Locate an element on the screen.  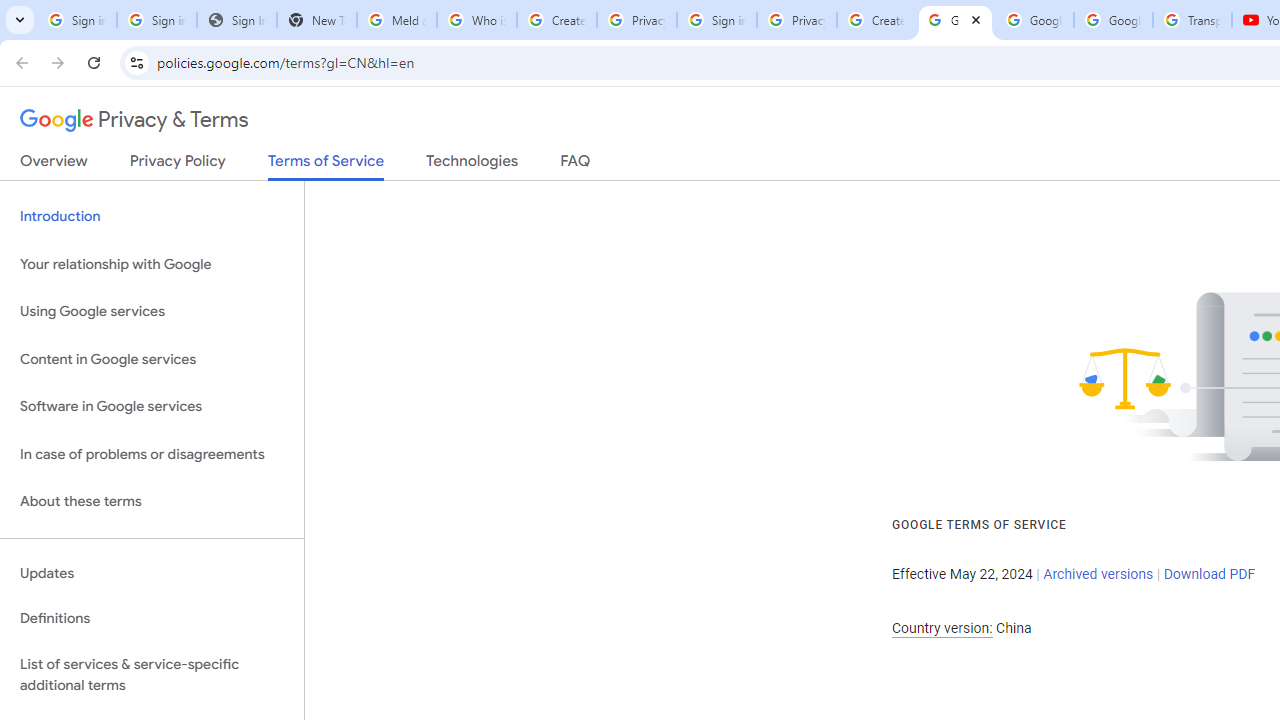
'Technologies' is located at coordinates (471, 164).